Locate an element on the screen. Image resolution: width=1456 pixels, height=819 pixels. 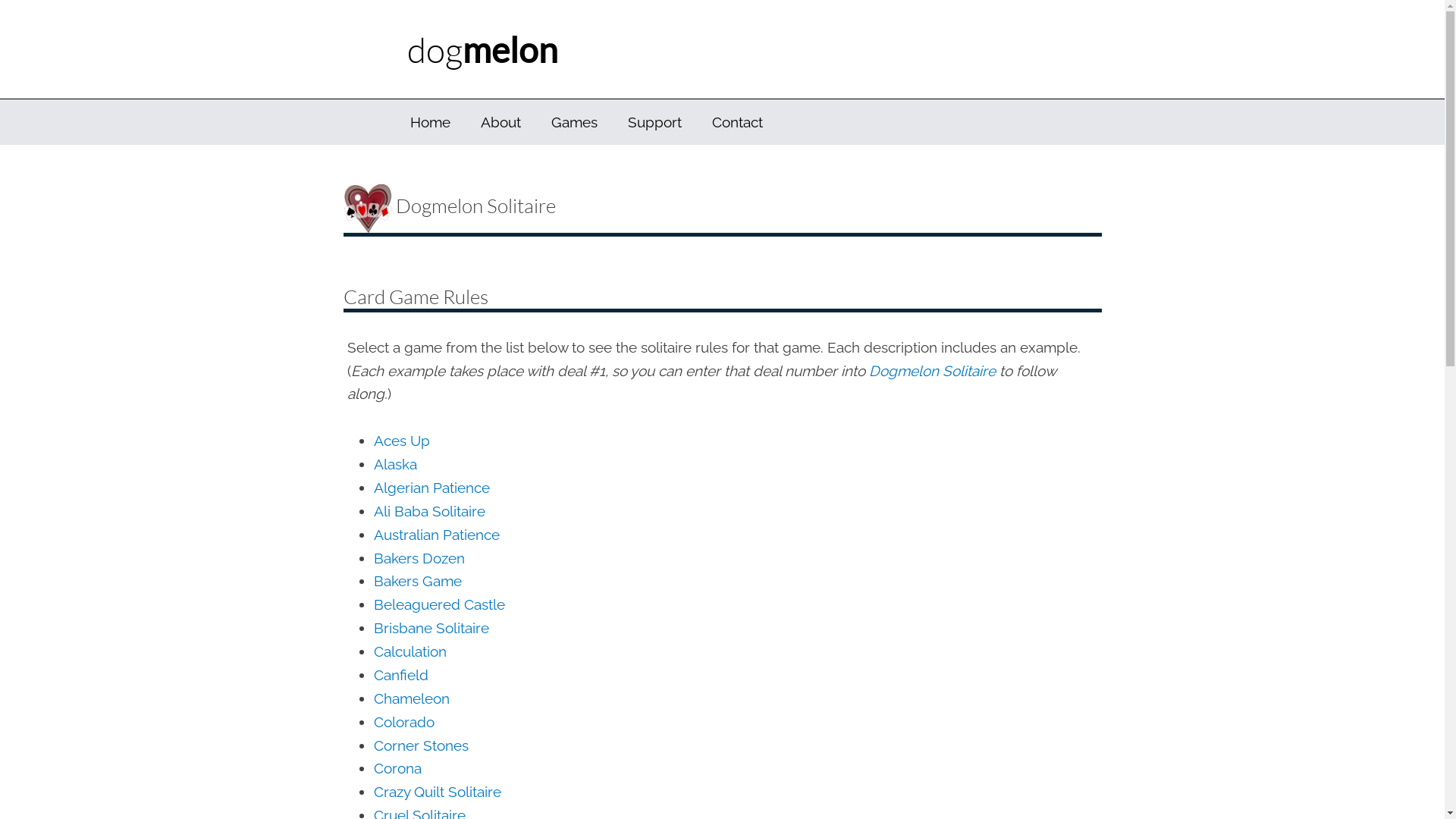
'Aces Up' is located at coordinates (400, 441).